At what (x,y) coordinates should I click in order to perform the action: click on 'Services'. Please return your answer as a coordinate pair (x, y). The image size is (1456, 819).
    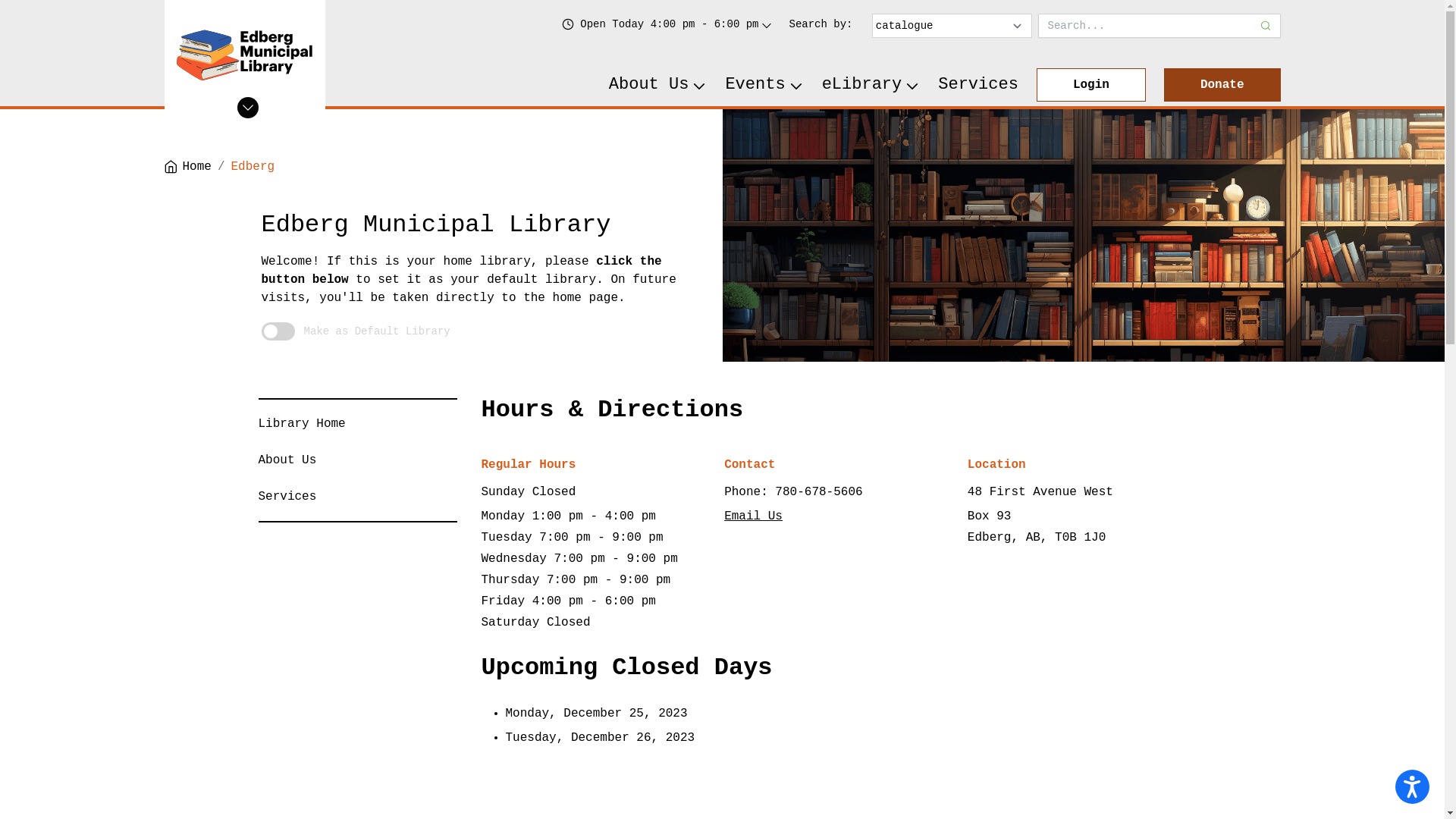
    Looking at the image, I should click on (978, 84).